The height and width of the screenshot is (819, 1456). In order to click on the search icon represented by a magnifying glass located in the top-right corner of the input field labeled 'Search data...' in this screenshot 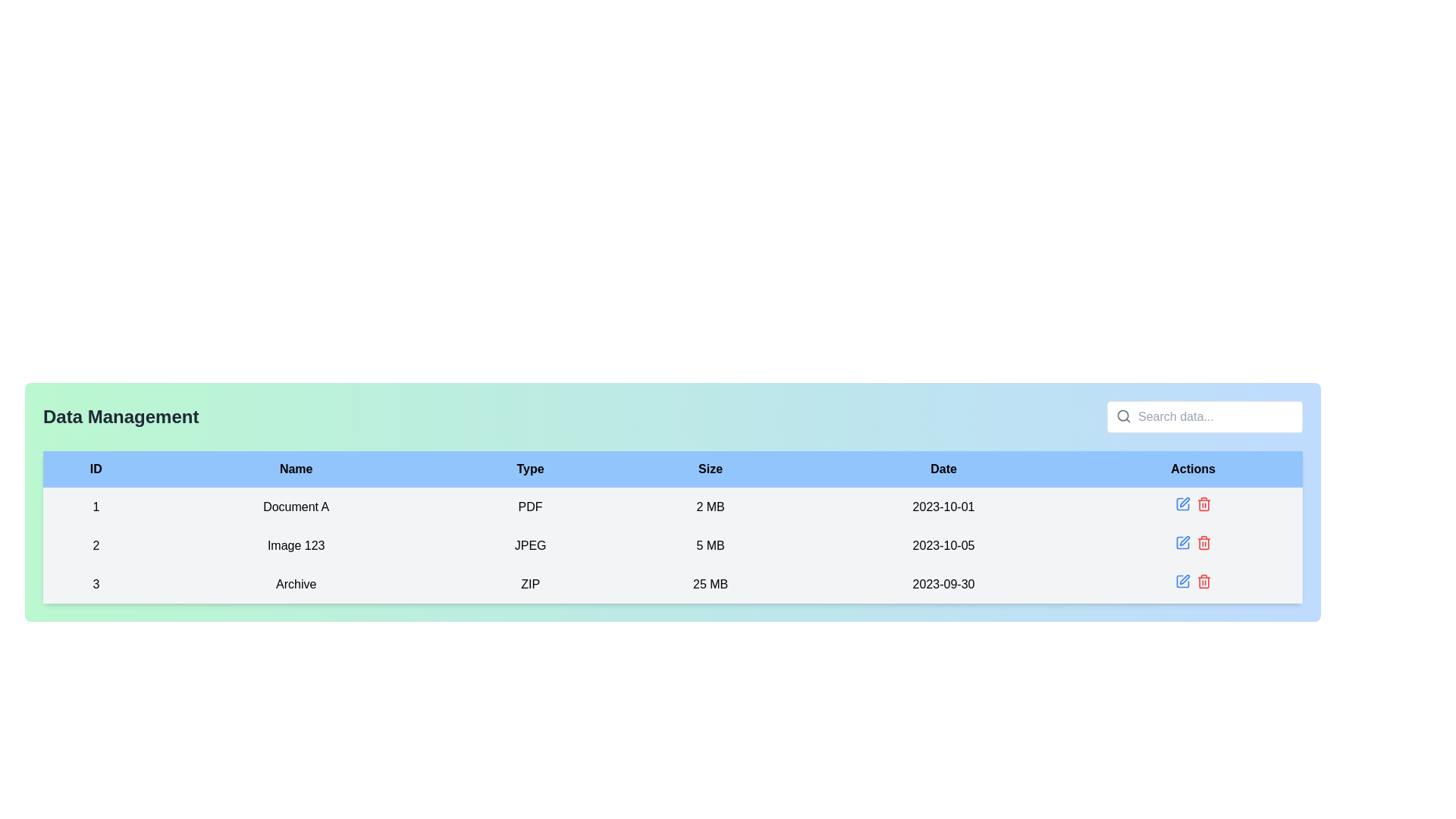, I will do `click(1124, 416)`.